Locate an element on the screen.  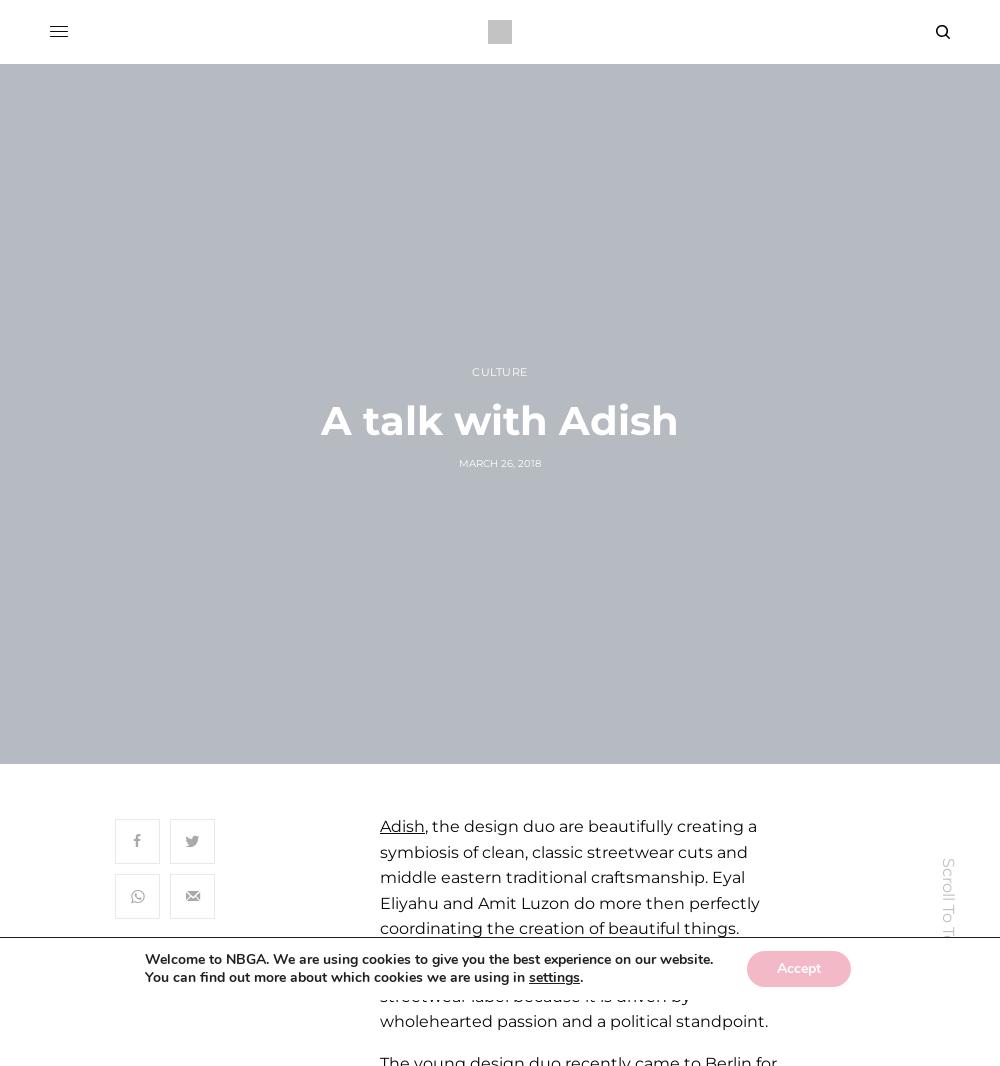
'A talk with Adish' is located at coordinates (320, 420).